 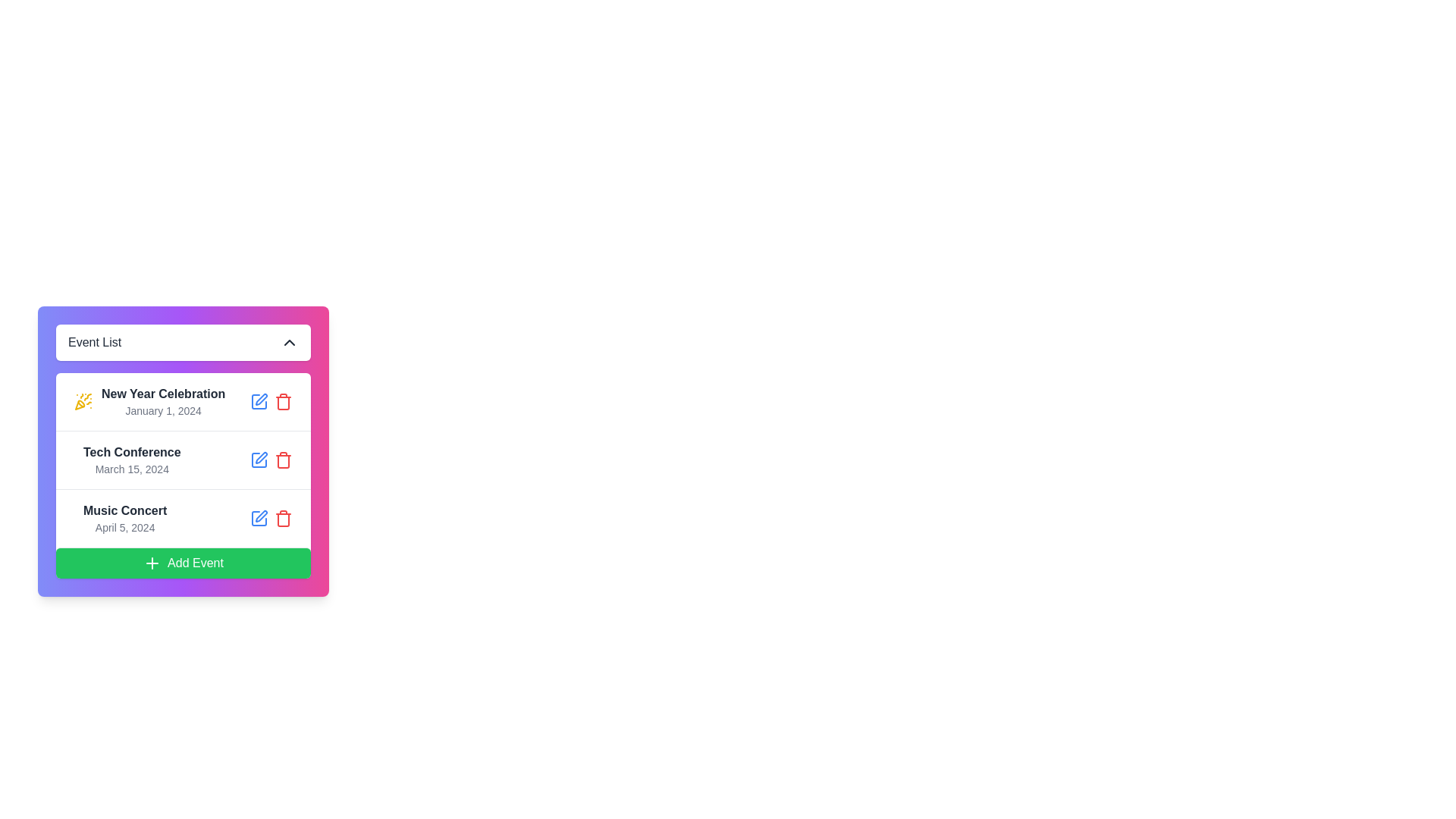 What do you see at coordinates (83, 400) in the screenshot?
I see `the decorative icon representing the 'New Year Celebration' event, located at the top-left corner of the event entry in the list of events` at bounding box center [83, 400].